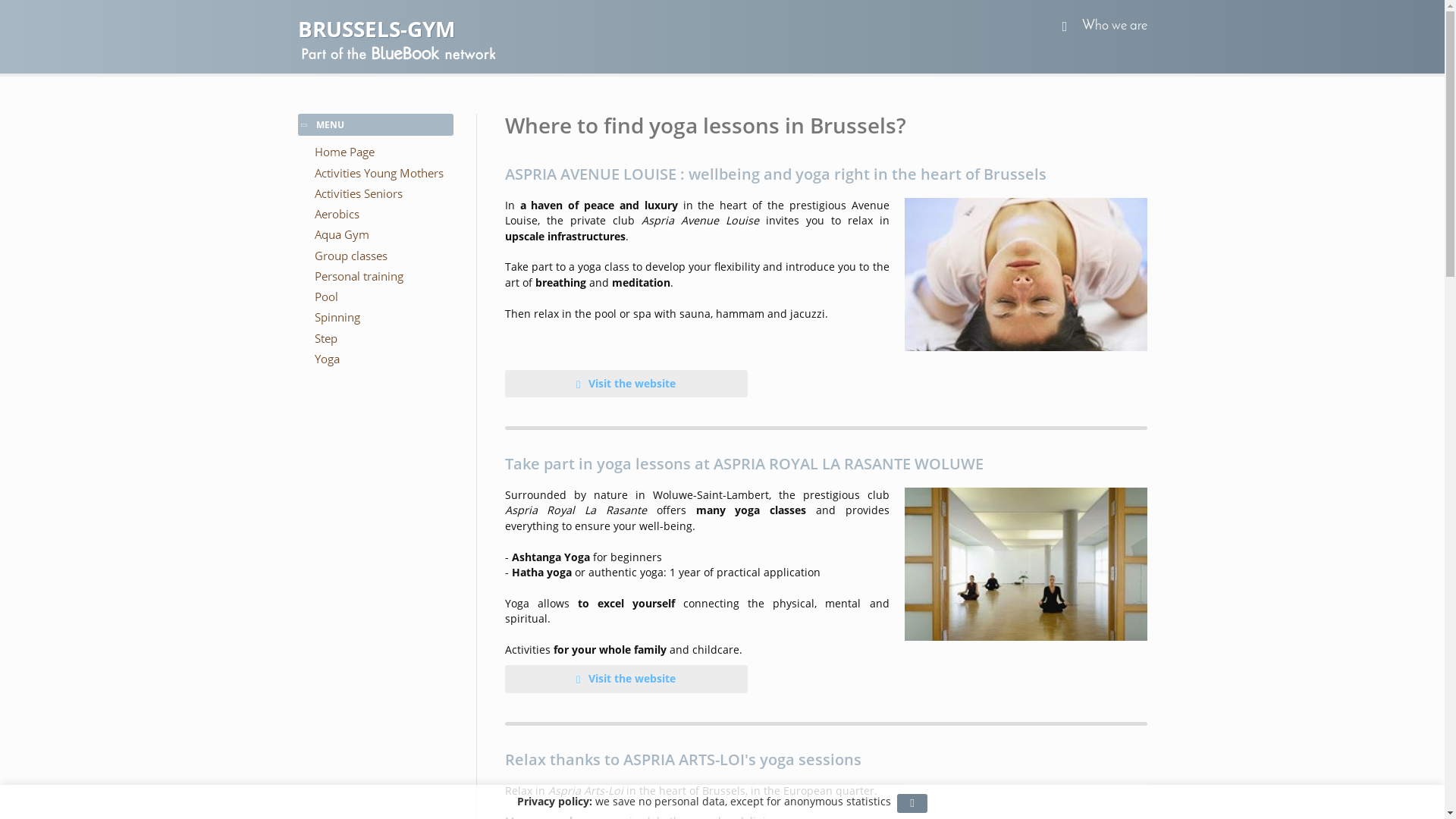 The width and height of the screenshot is (1456, 819). What do you see at coordinates (1025, 564) in the screenshot?
I see `'Discover the club here !'` at bounding box center [1025, 564].